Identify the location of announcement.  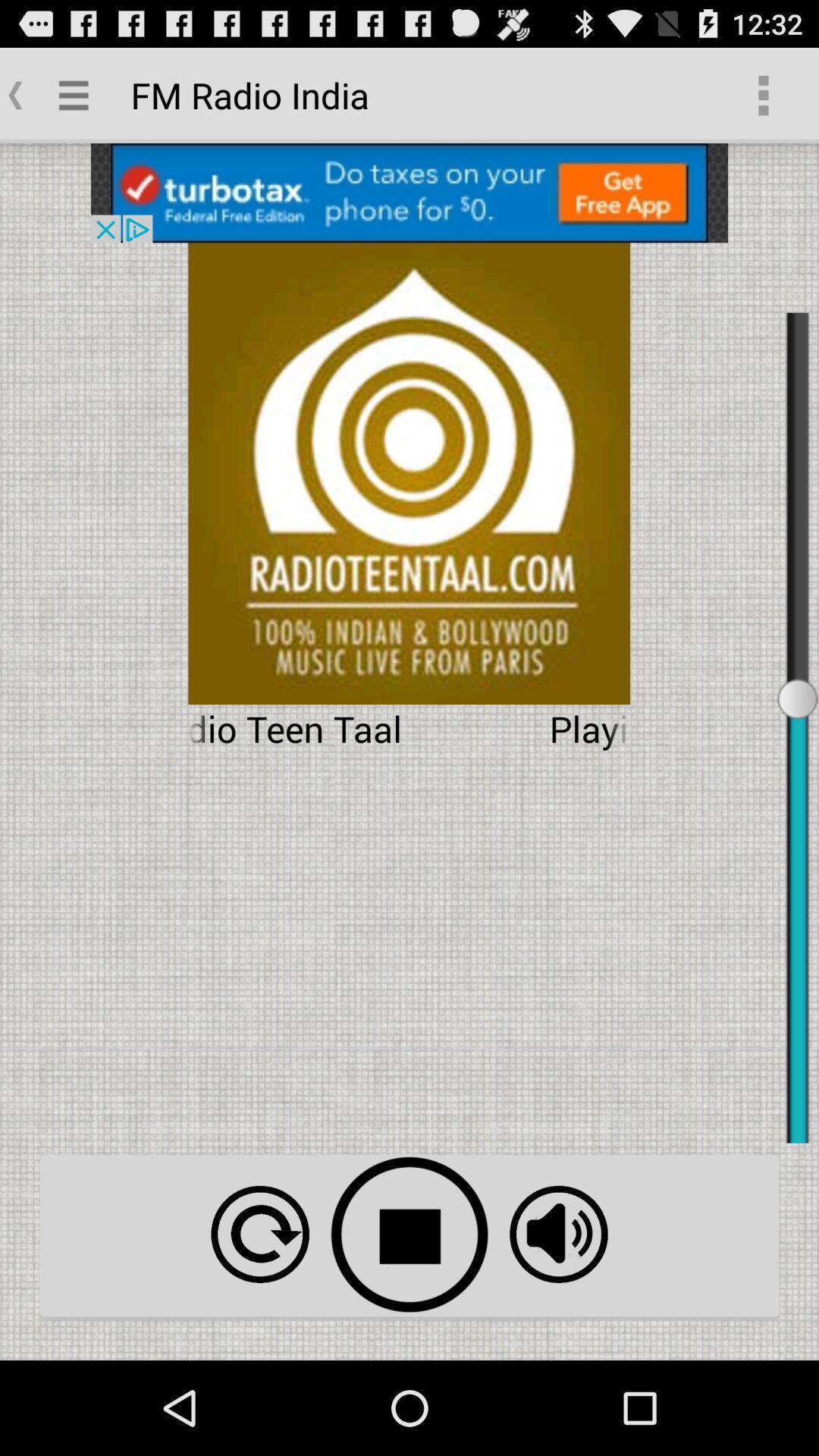
(409, 192).